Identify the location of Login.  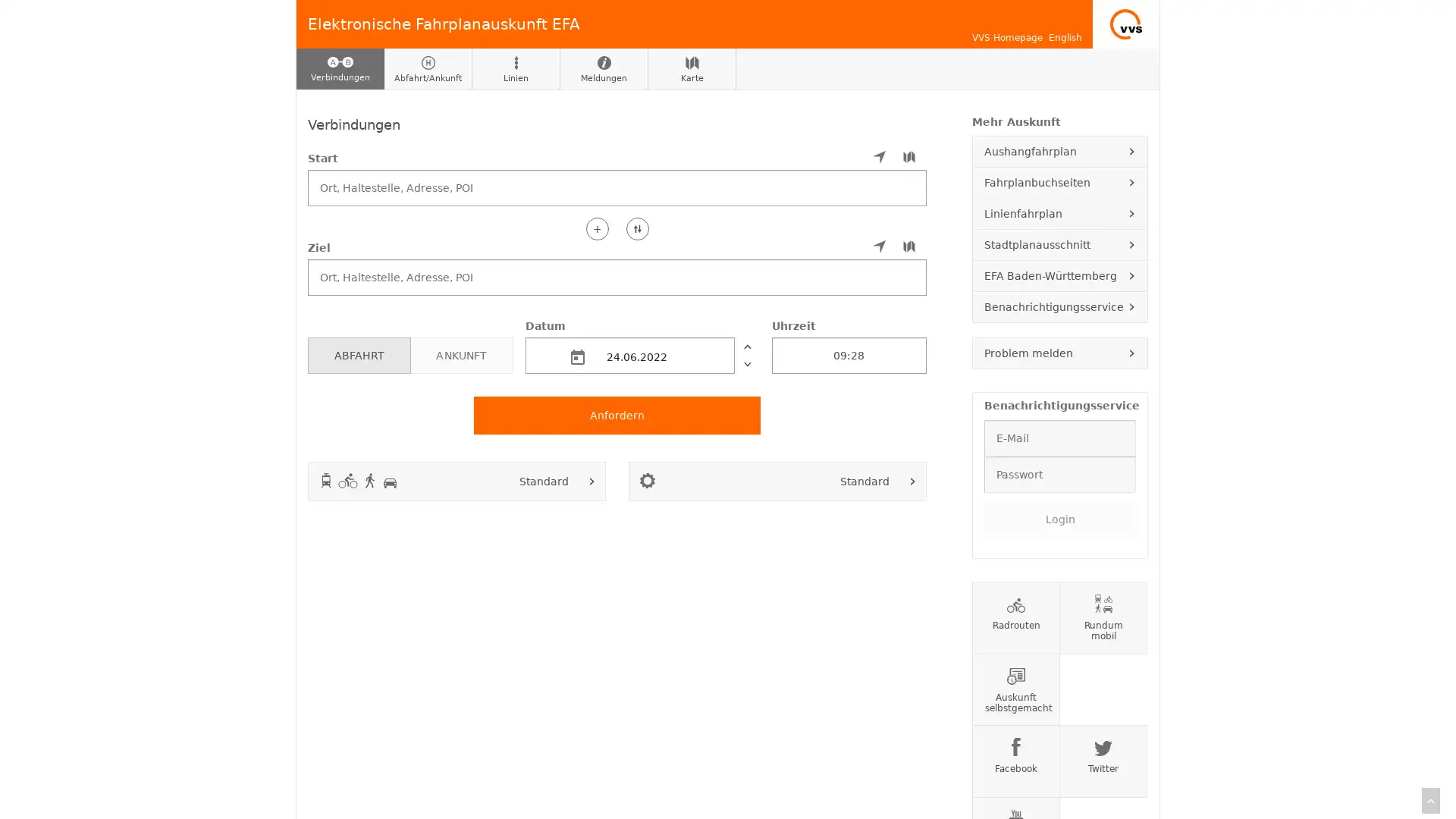
(1059, 517).